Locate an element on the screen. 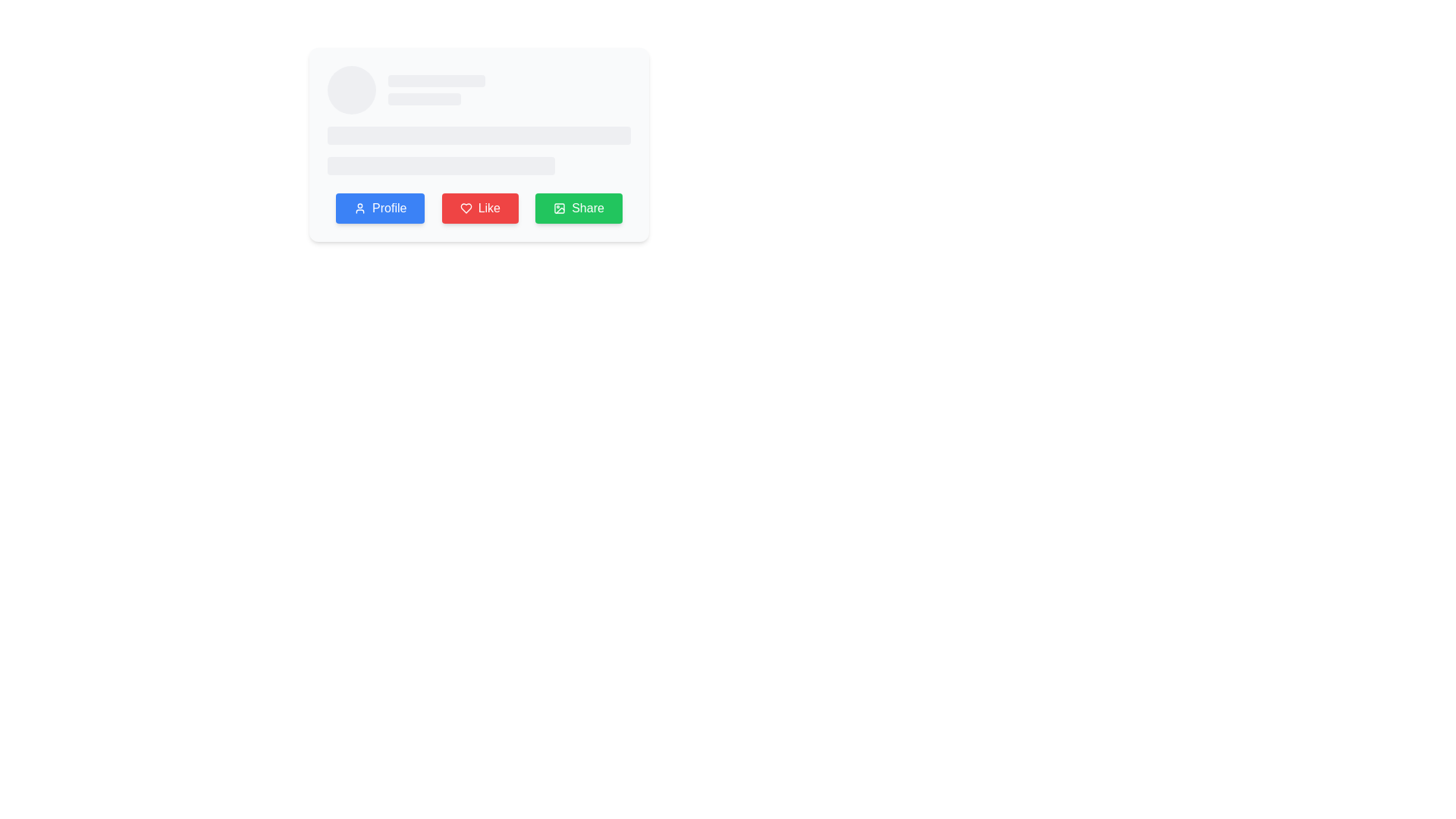 The image size is (1456, 819). the Placeholder bar, which is a horizontal rectangular bar with a light gray background and rounded corners, located in the upper-middle region of the interface is located at coordinates (479, 134).